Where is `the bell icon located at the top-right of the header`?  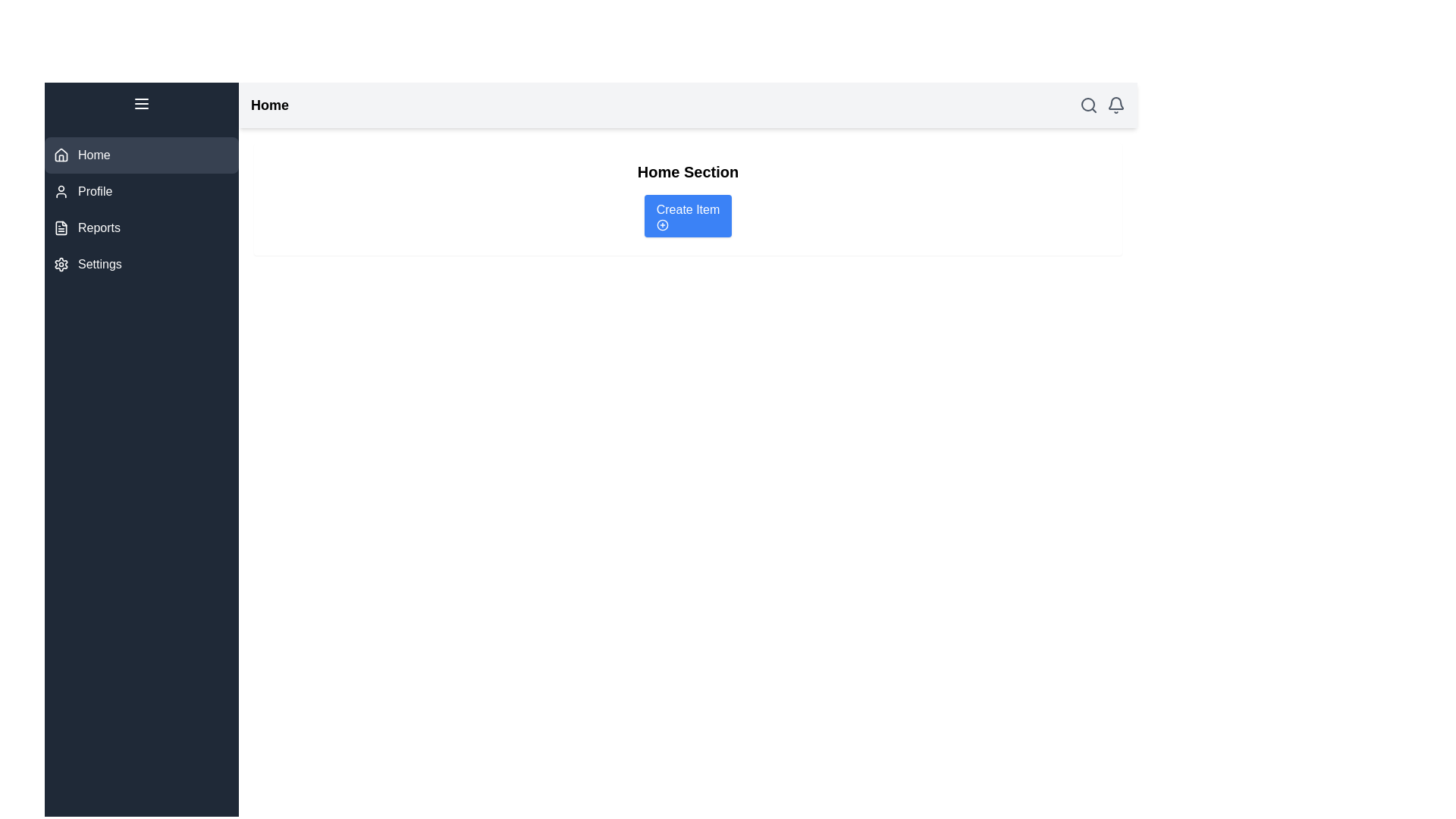
the bell icon located at the top-right of the header is located at coordinates (1116, 104).